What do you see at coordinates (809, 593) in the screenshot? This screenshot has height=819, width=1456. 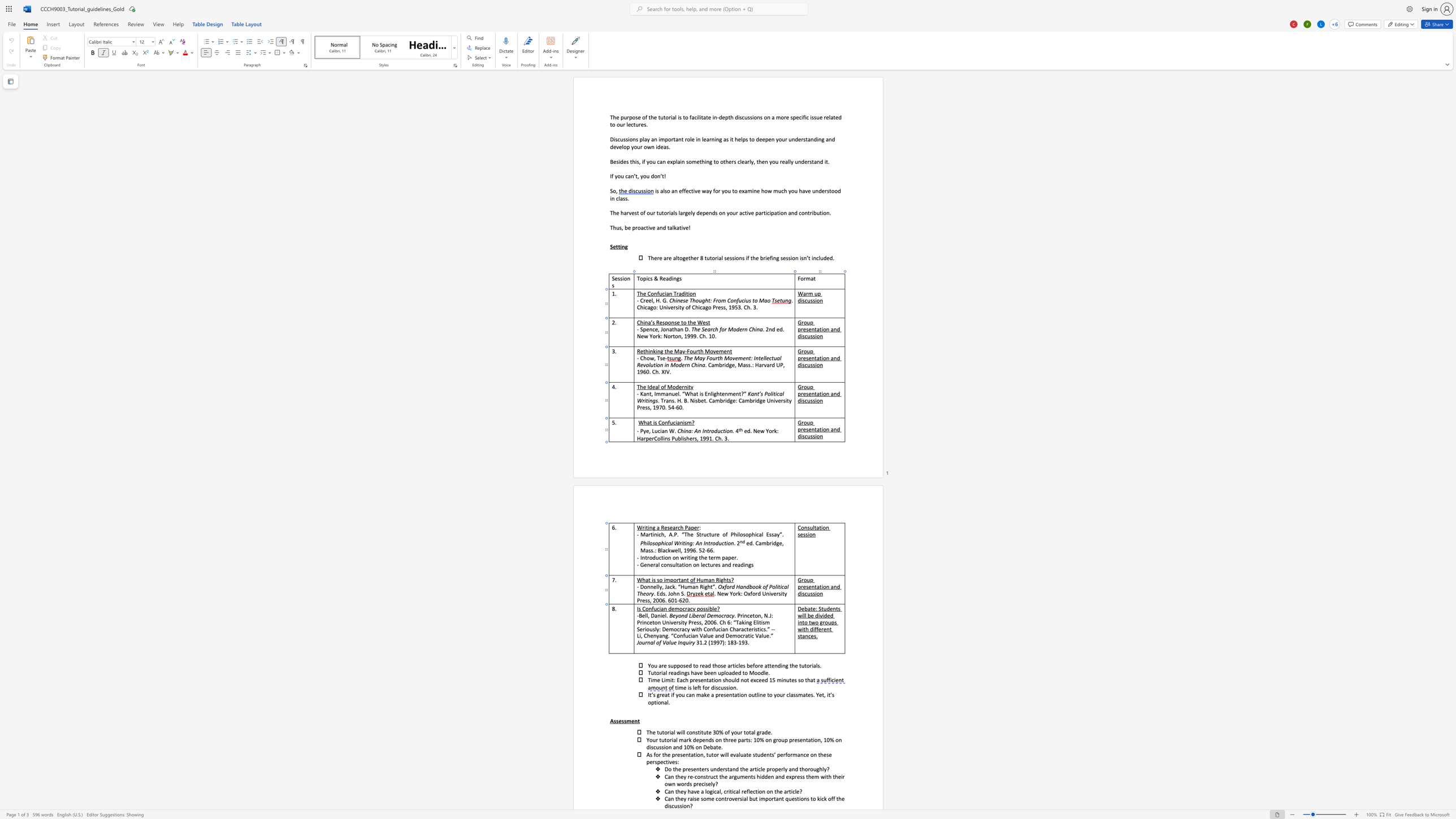 I see `the space between the continuous character "u" and "s" in the text` at bounding box center [809, 593].